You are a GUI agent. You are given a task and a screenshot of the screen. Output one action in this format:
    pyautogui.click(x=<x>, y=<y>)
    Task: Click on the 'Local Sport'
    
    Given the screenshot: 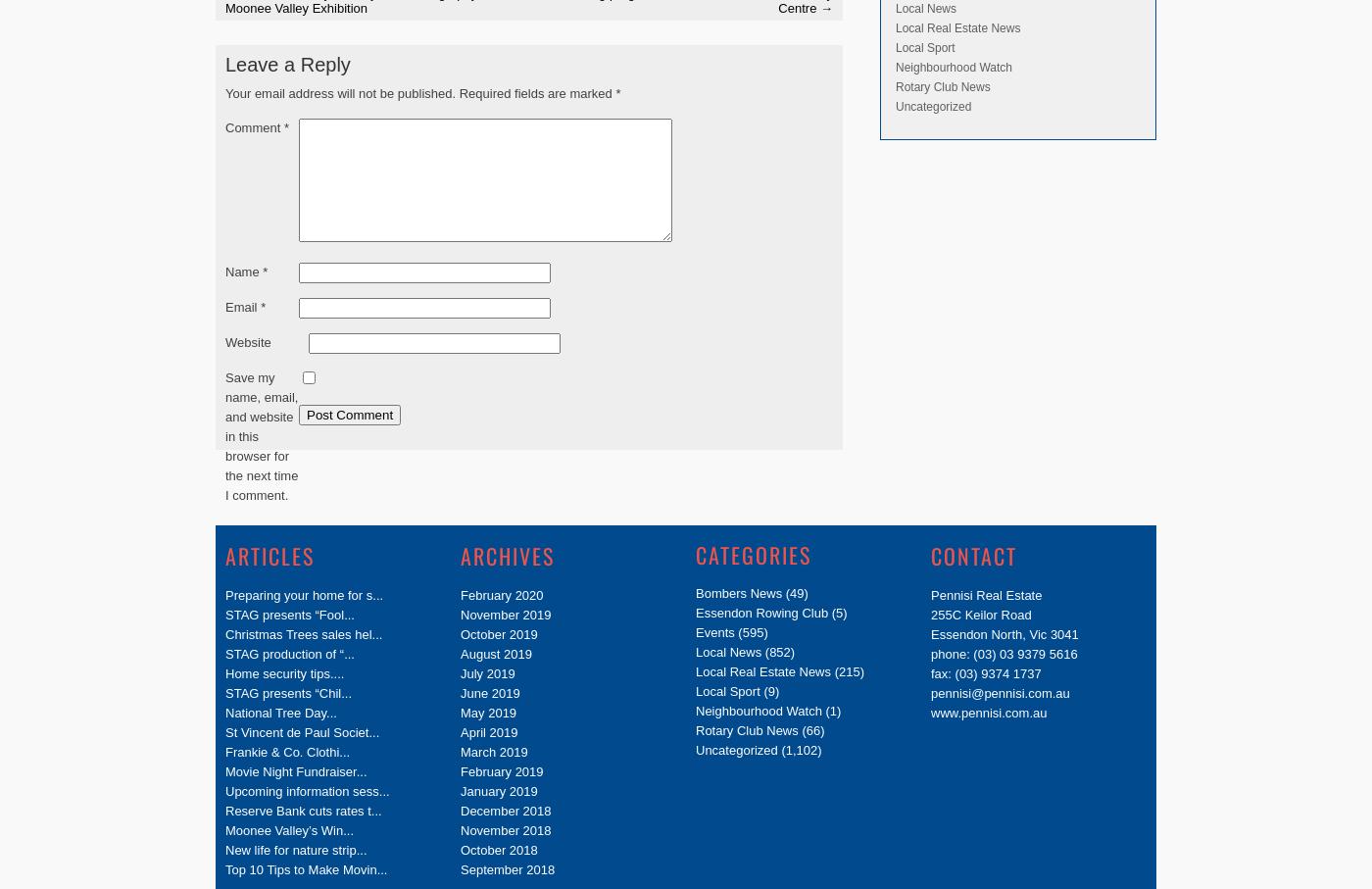 What is the action you would take?
    pyautogui.click(x=925, y=46)
    